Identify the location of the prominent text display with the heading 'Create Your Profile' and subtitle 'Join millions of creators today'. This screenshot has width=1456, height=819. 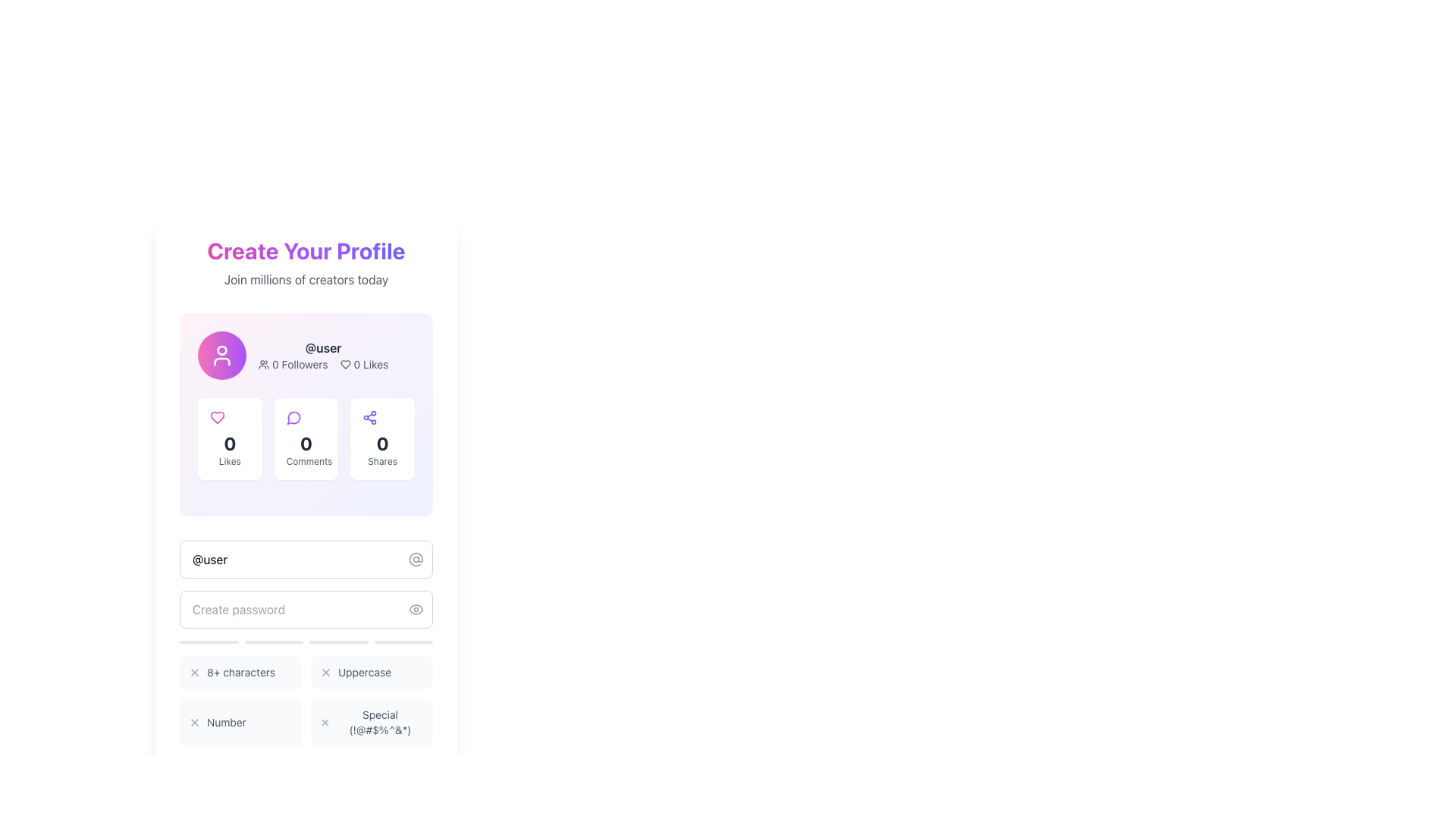
(305, 262).